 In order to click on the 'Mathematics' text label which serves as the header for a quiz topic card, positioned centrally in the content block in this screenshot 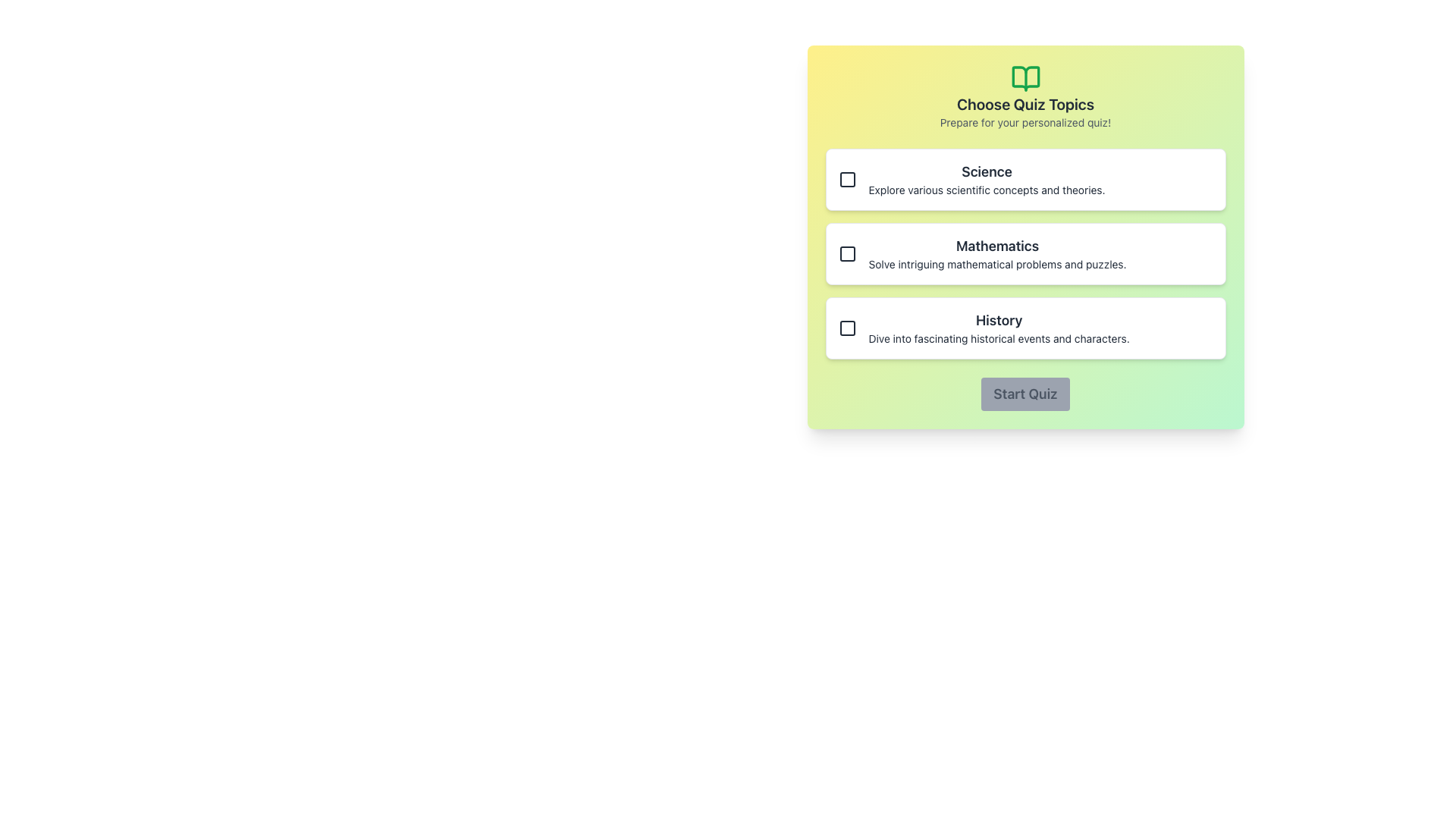, I will do `click(997, 245)`.